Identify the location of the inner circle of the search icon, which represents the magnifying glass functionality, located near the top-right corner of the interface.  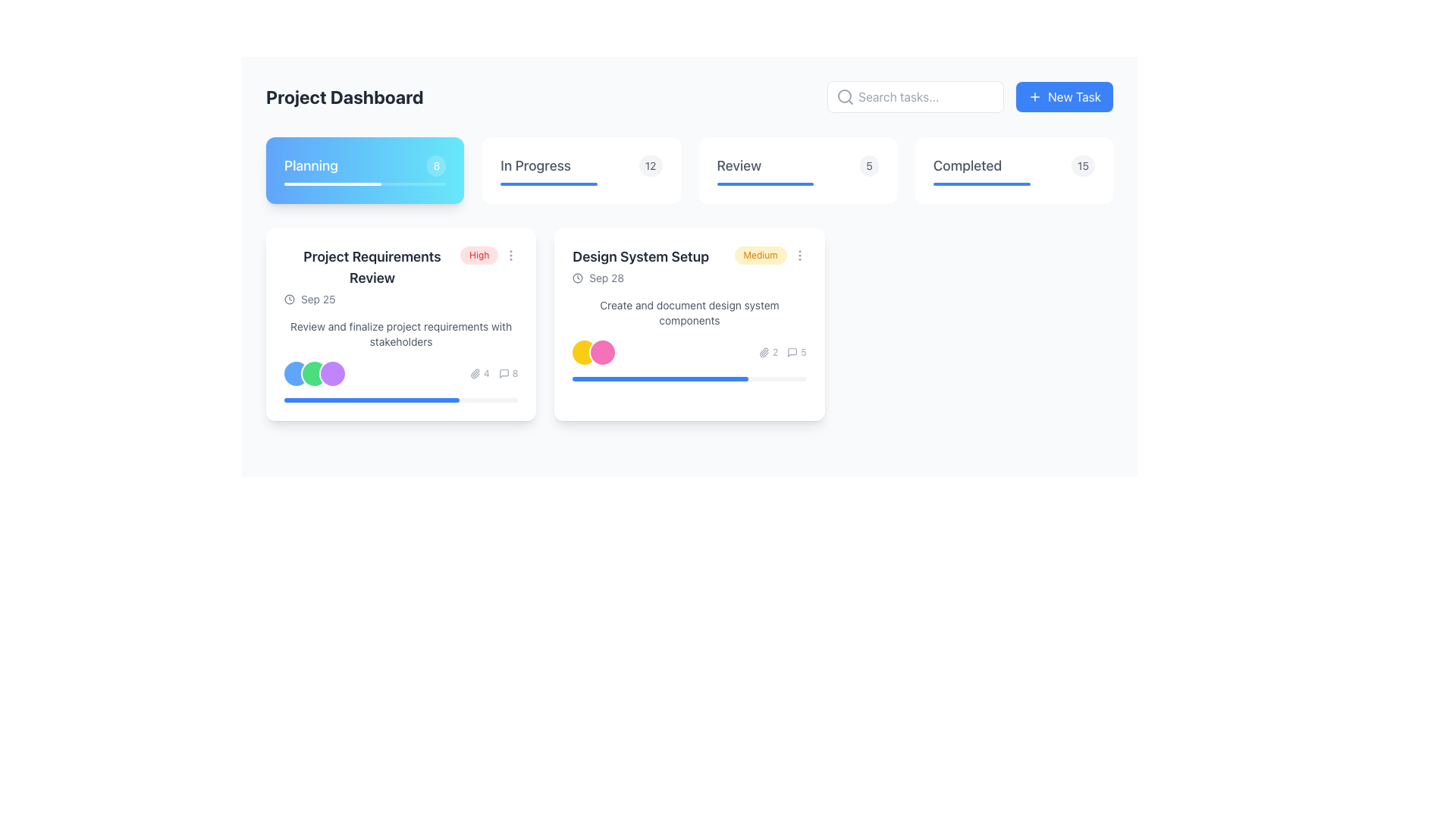
(844, 96).